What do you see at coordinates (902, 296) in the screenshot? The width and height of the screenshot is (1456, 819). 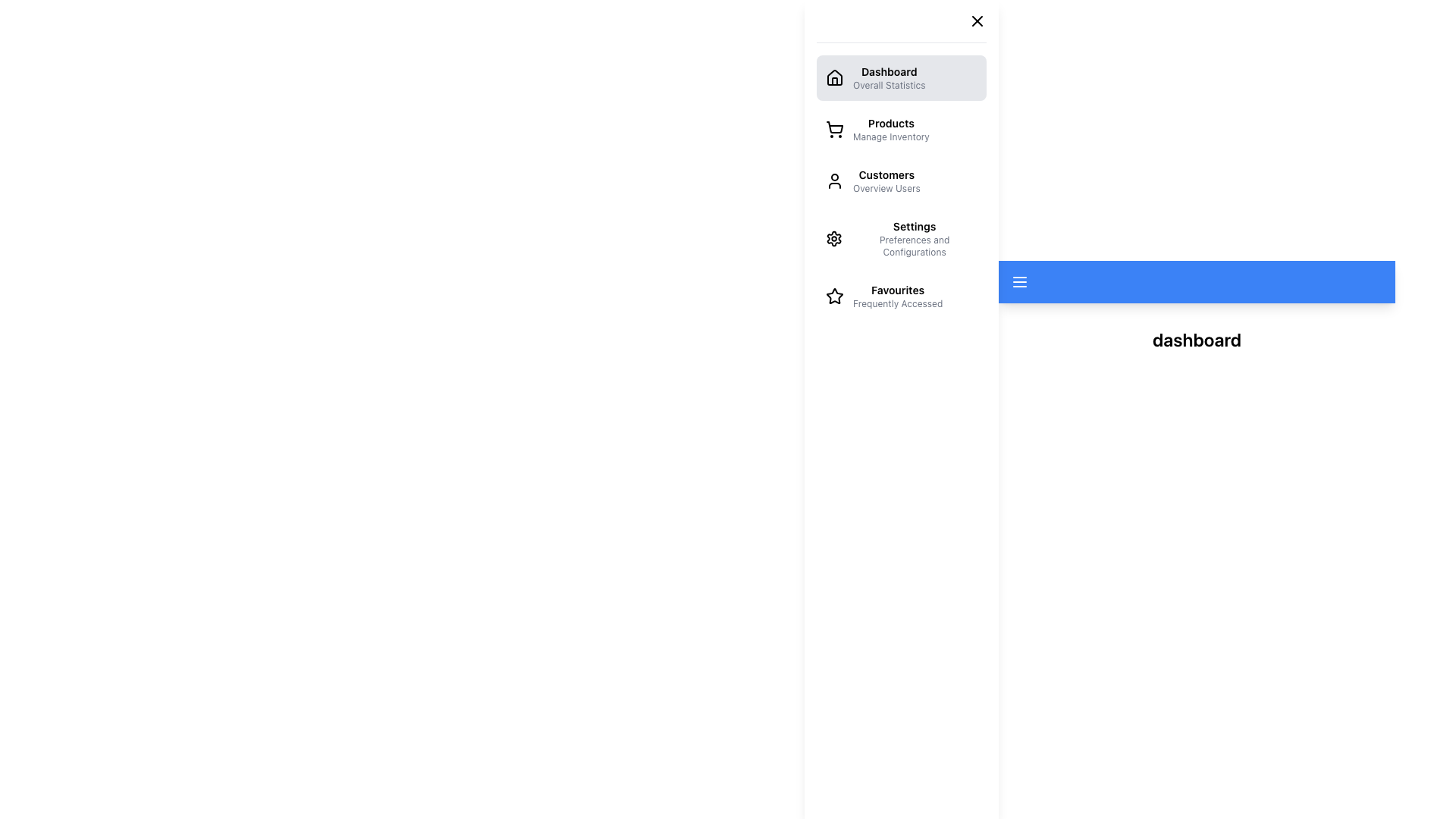 I see `the 'Favourites' navigation link located in the left-side navigation panel, positioned as the fifth item from the top` at bounding box center [902, 296].